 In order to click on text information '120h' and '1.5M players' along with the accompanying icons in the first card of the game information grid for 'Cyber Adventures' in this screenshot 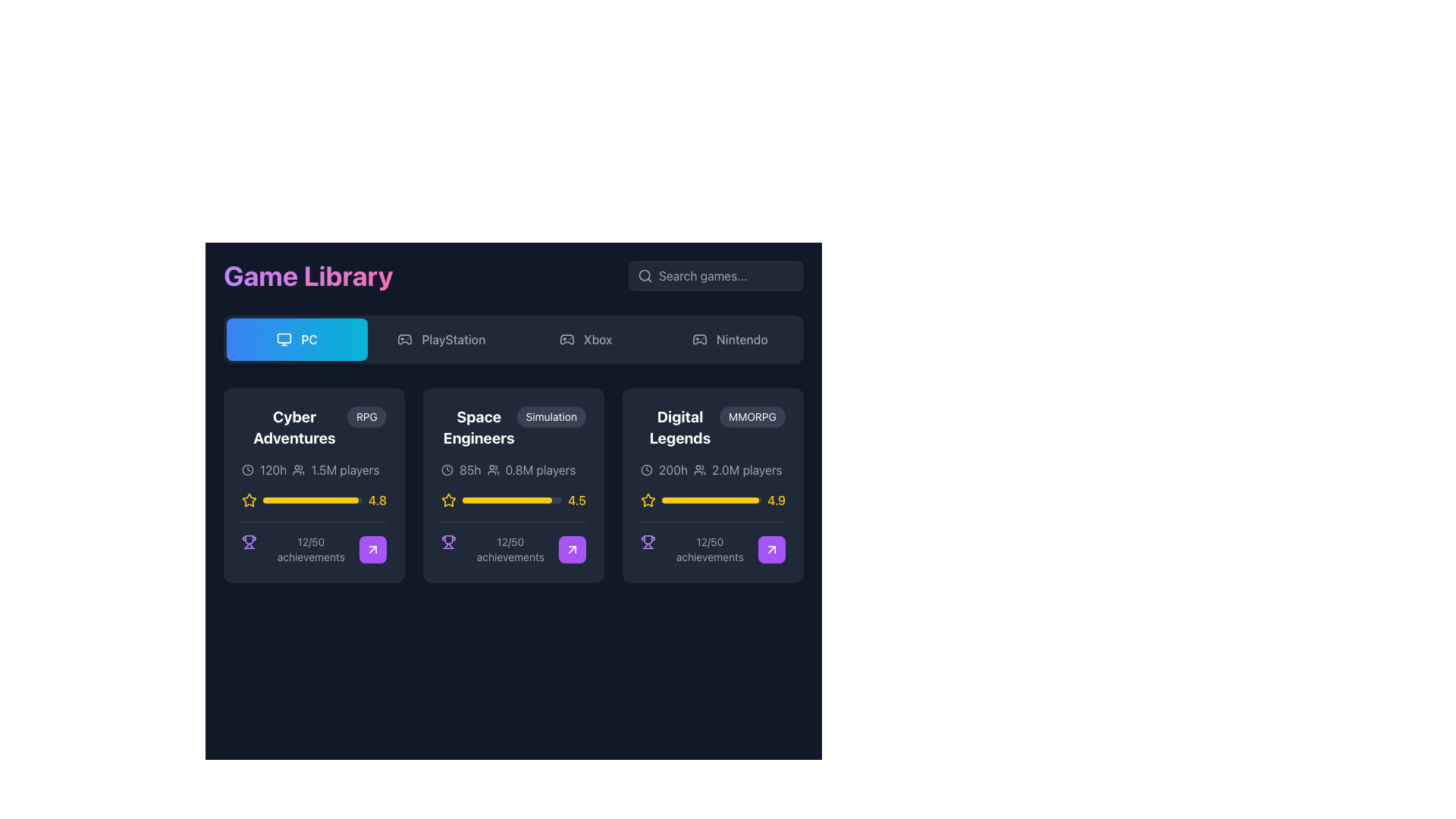, I will do `click(313, 469)`.